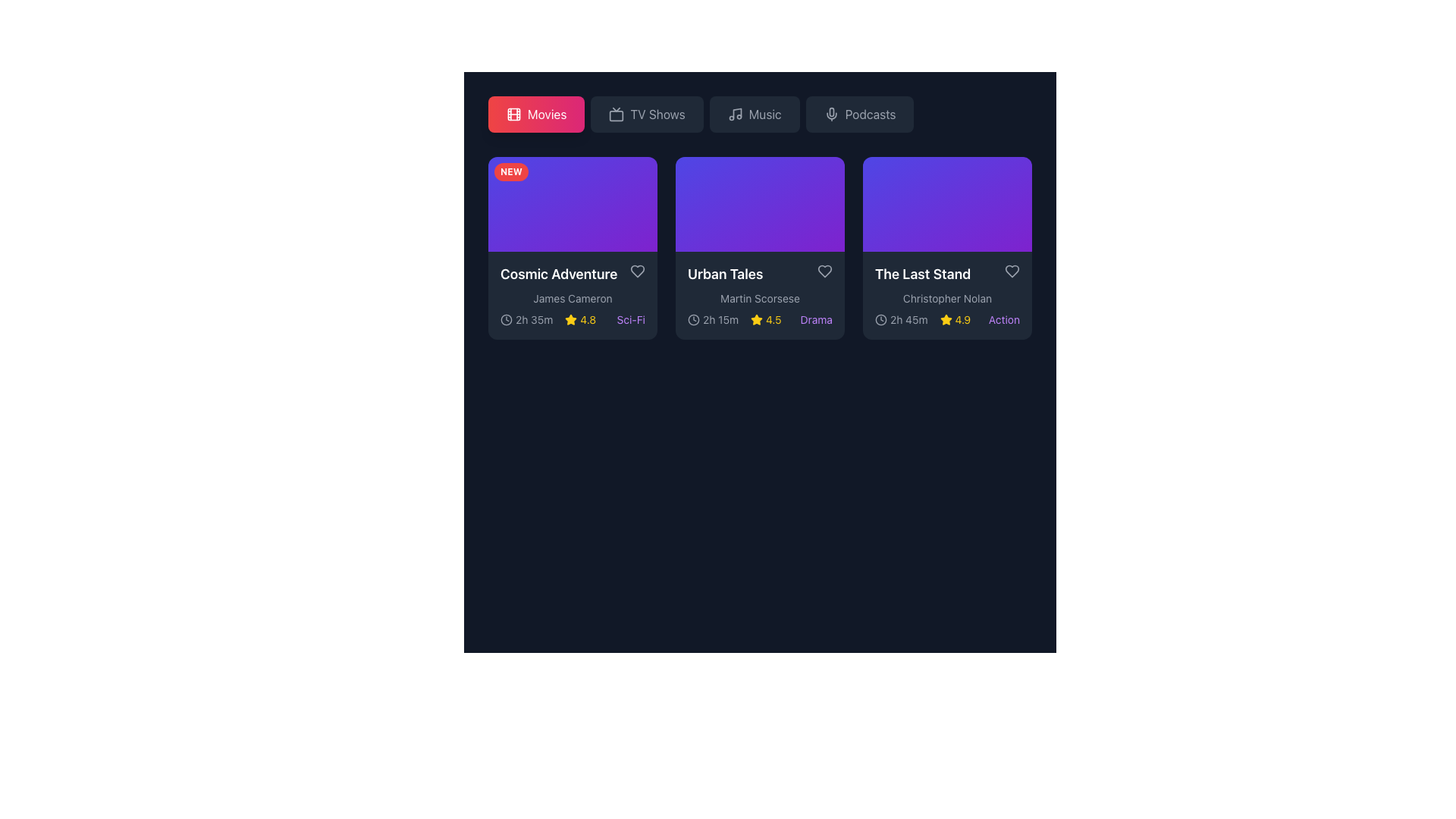 The width and height of the screenshot is (1456, 819). I want to click on the 'New' label or badge located at the top-left corner of the 'Cosmic Adventure' content card, so click(511, 171).